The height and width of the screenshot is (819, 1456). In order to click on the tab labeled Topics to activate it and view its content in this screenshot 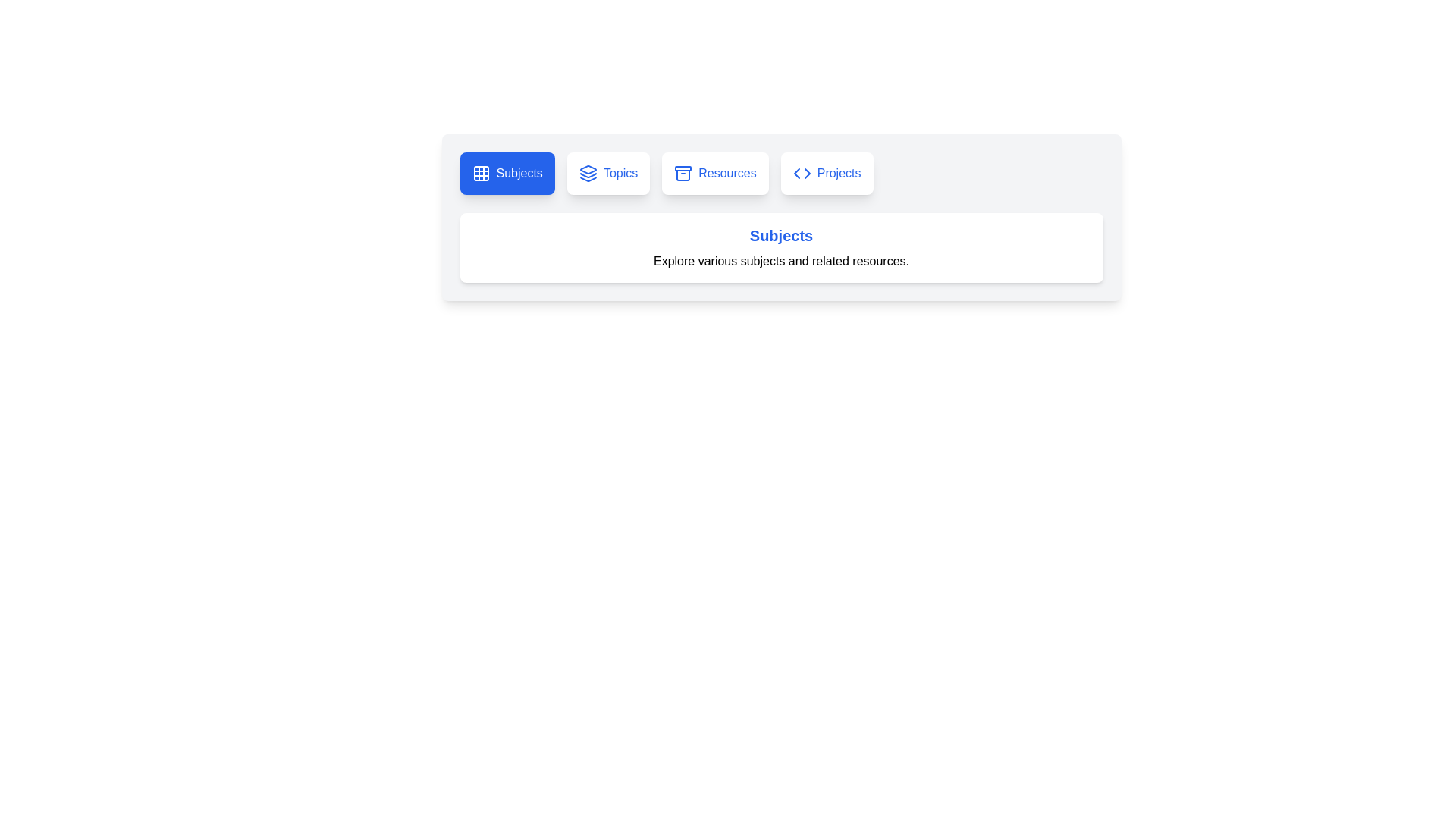, I will do `click(608, 172)`.